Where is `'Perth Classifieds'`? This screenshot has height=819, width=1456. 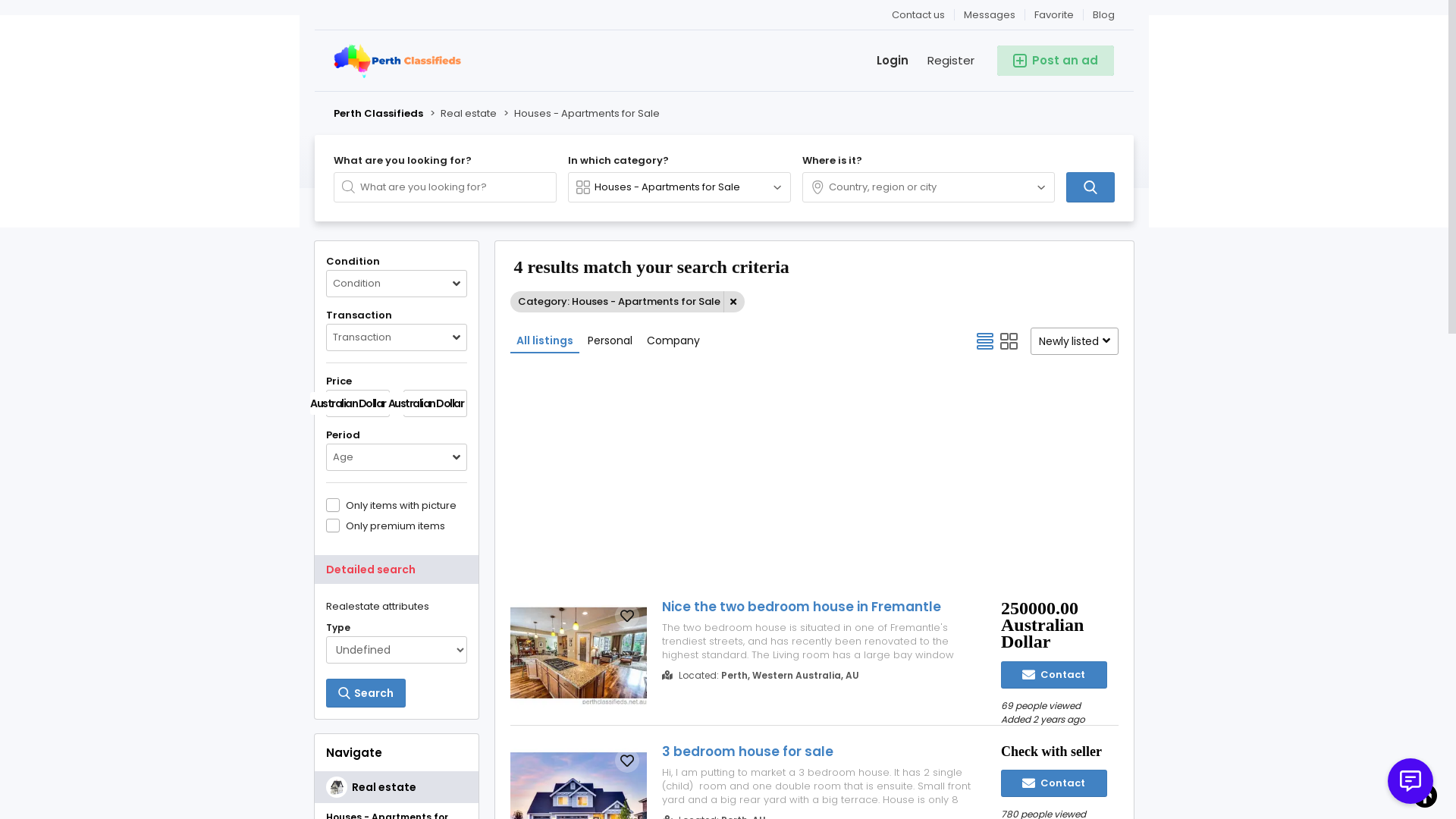
'Perth Classifieds' is located at coordinates (333, 113).